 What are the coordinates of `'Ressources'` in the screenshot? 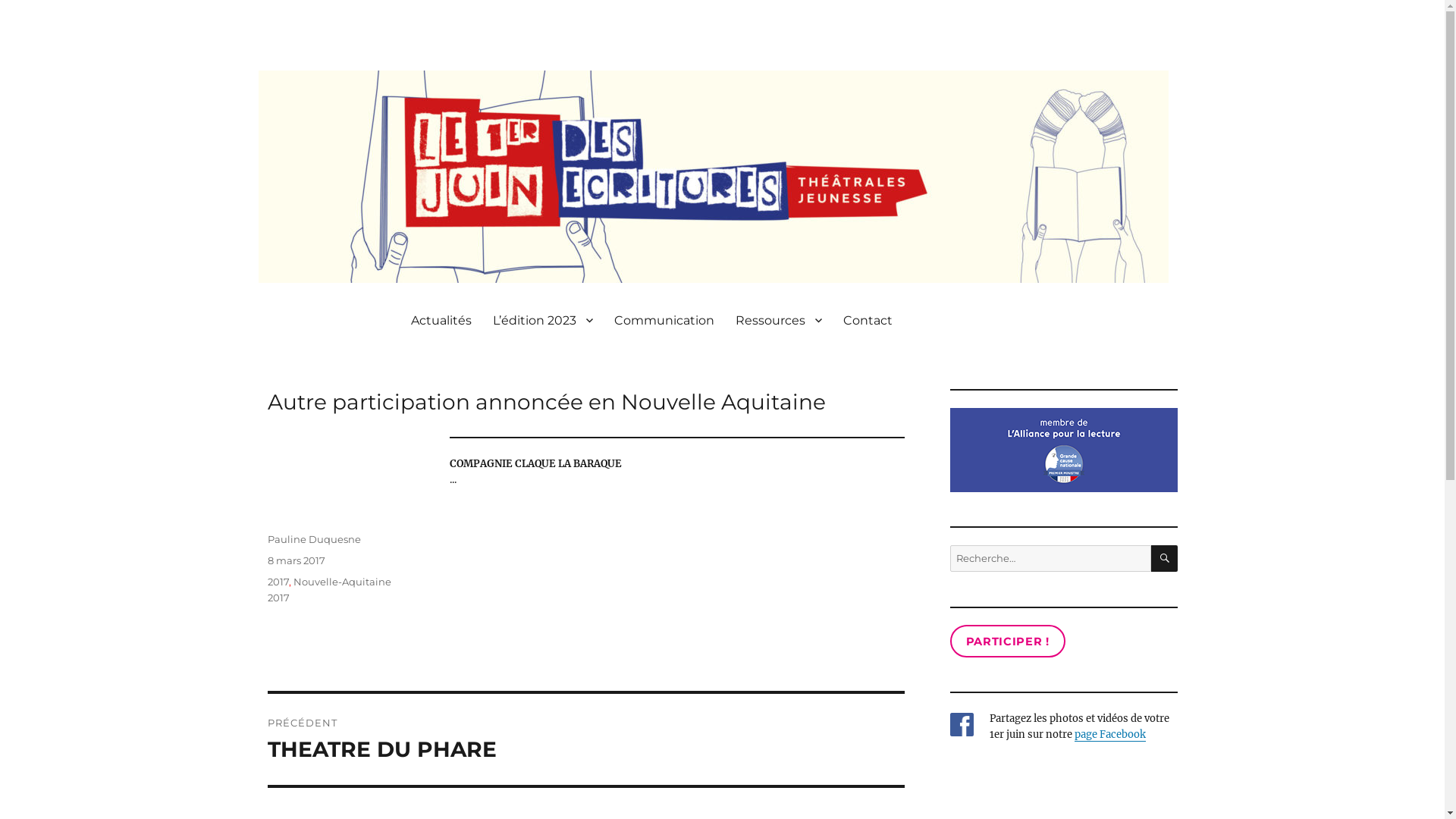 It's located at (779, 318).